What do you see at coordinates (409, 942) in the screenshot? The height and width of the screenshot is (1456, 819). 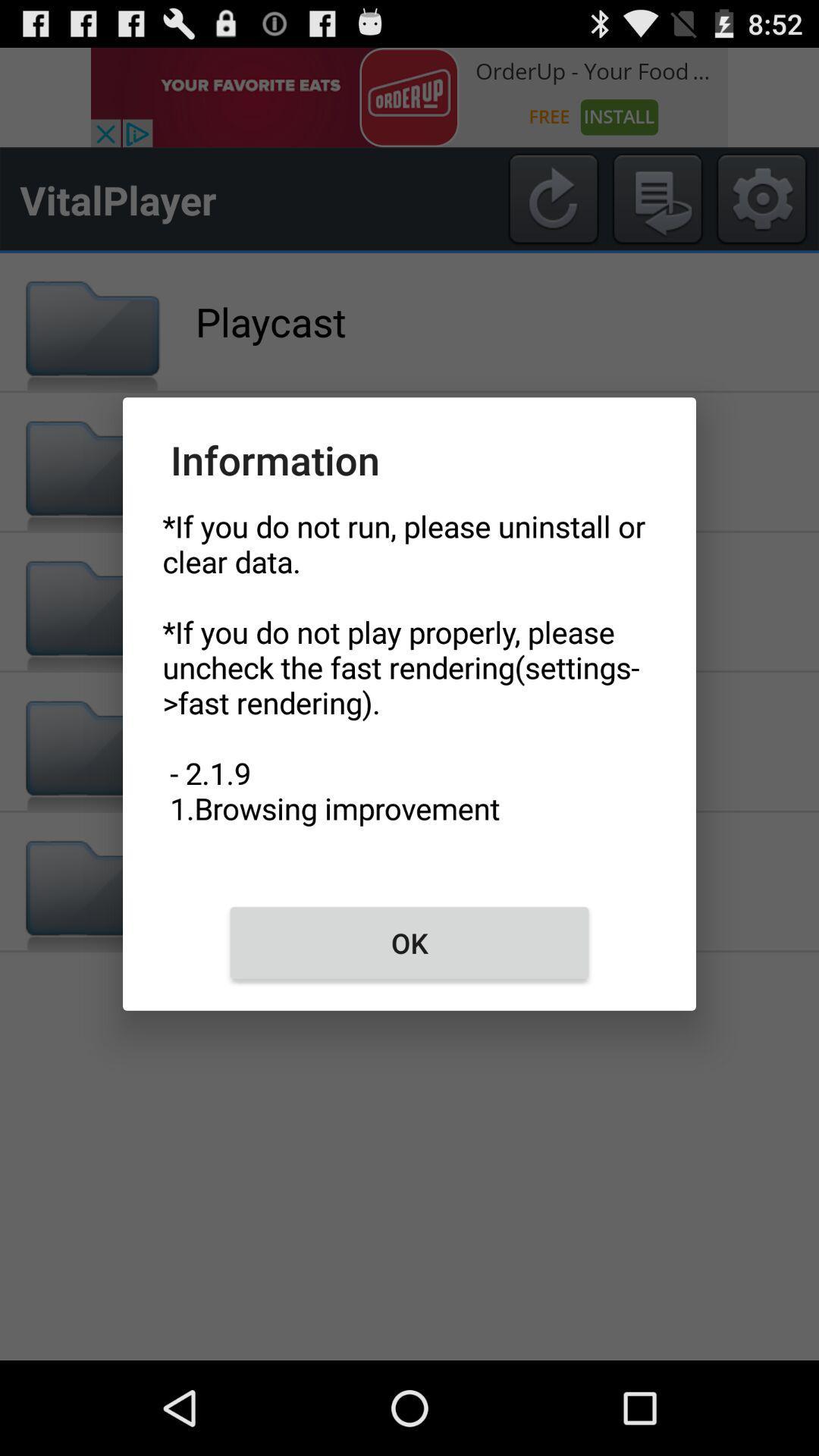 I see `item below the if you do app` at bounding box center [409, 942].